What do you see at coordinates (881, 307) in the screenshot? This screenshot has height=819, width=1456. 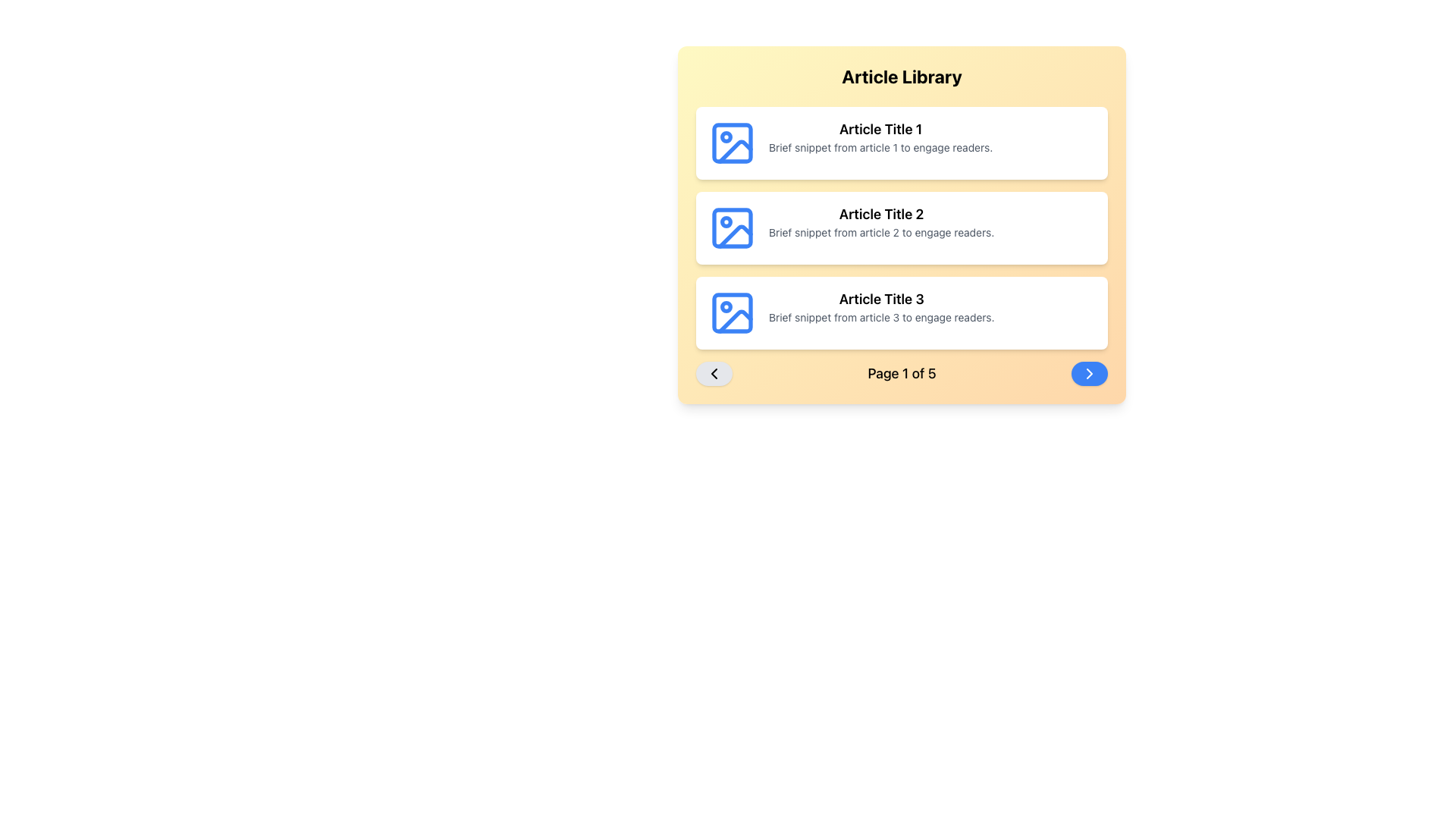 I see `the text display element that shows the article's title and summary snippet, located in the third item of the list under the 'Article Library' heading` at bounding box center [881, 307].